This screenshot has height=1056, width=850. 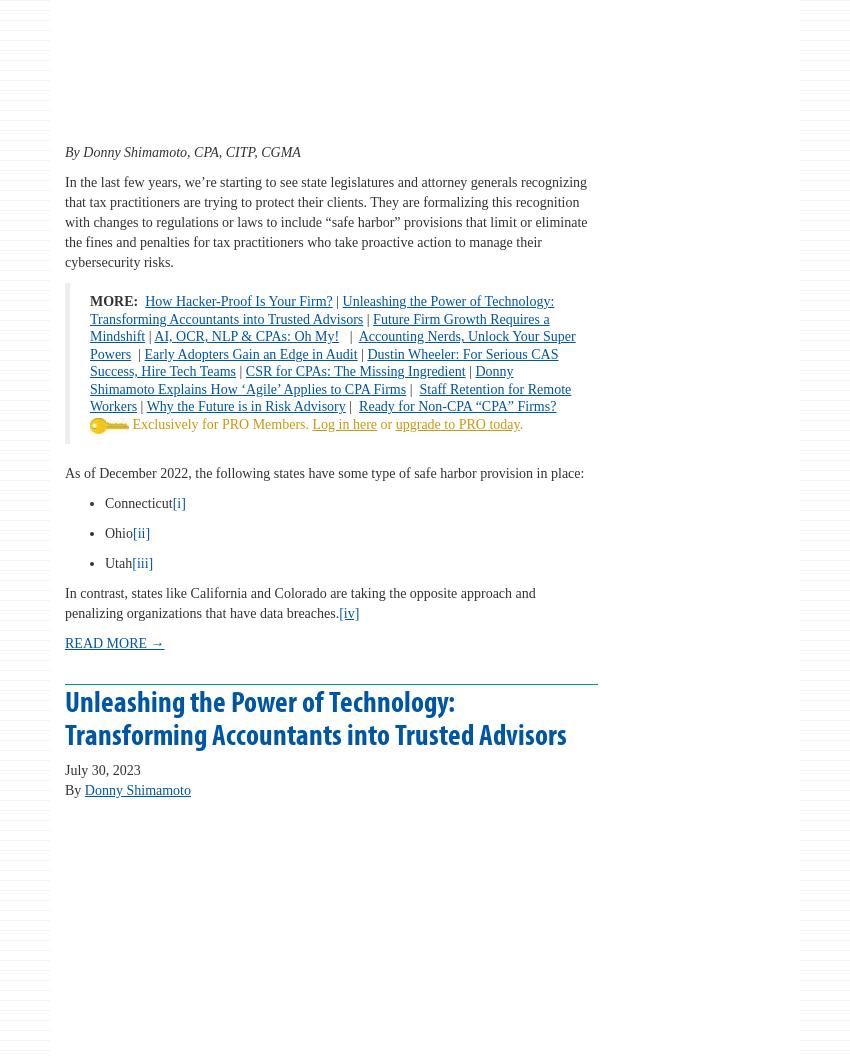 I want to click on 'Early Adopters Gain an Edge in Audit', so click(x=250, y=352).